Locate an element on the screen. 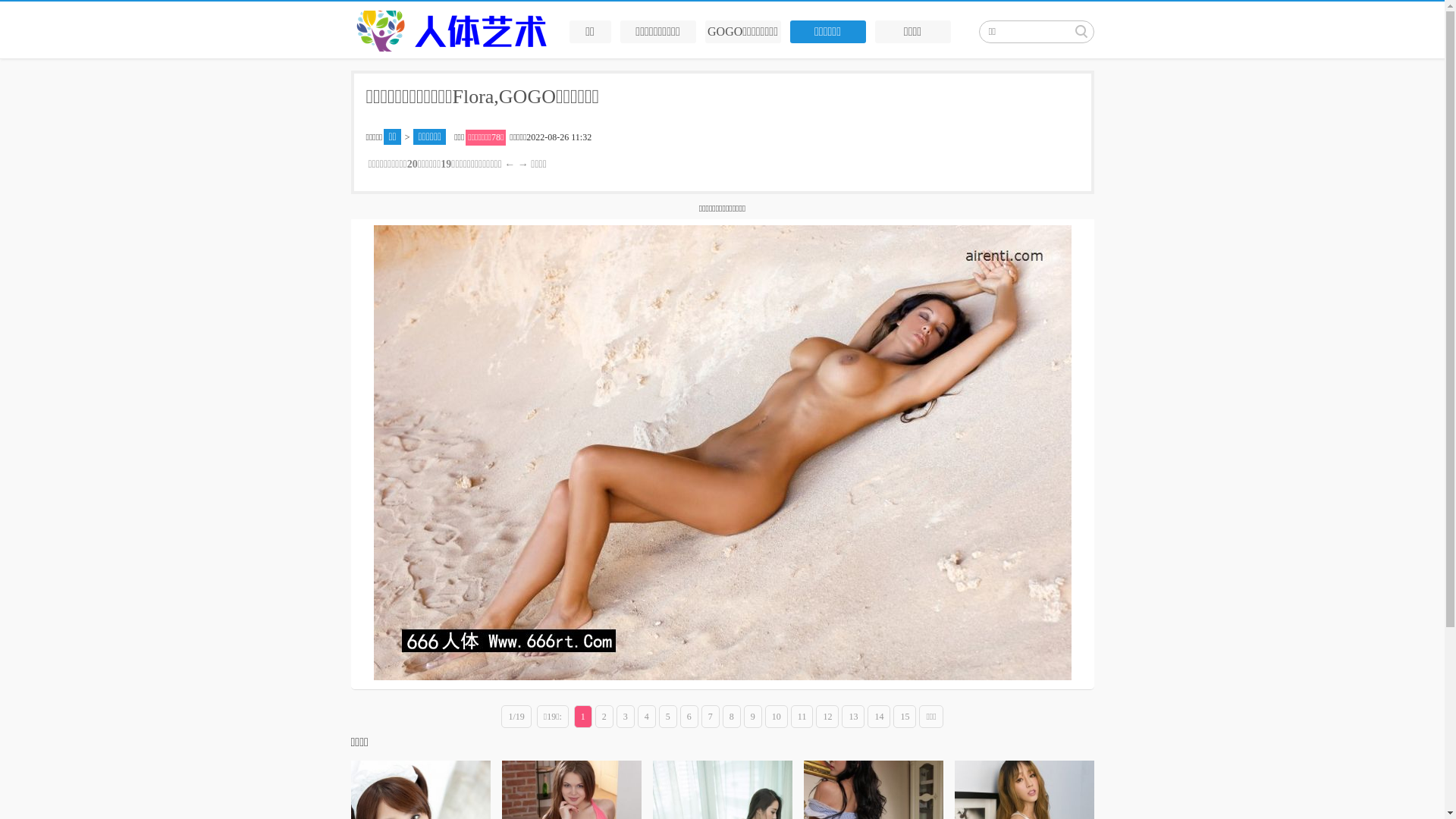 The image size is (1456, 819). '6' is located at coordinates (688, 717).